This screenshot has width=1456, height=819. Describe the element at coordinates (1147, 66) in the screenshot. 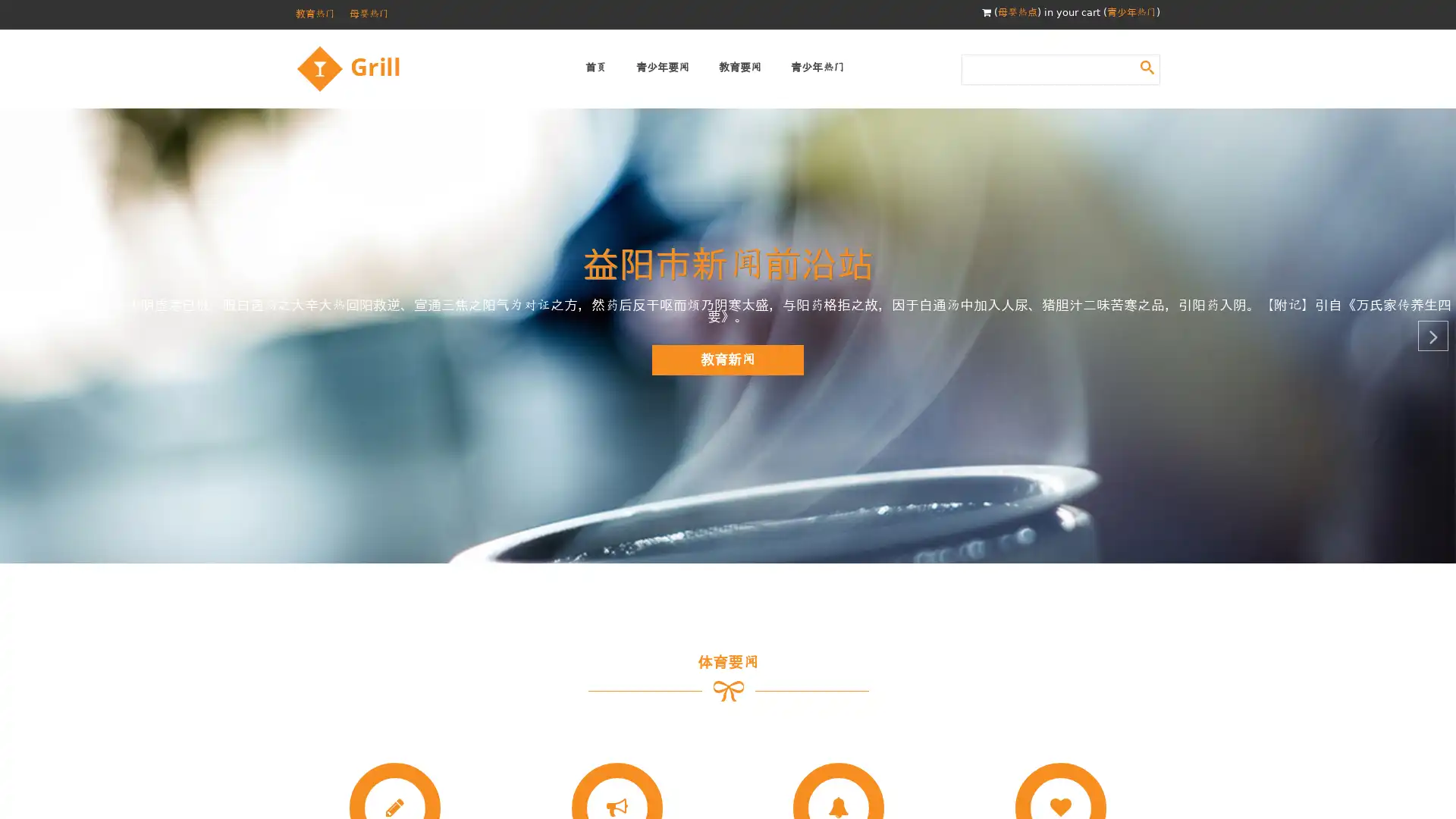

I see `Submit` at that location.